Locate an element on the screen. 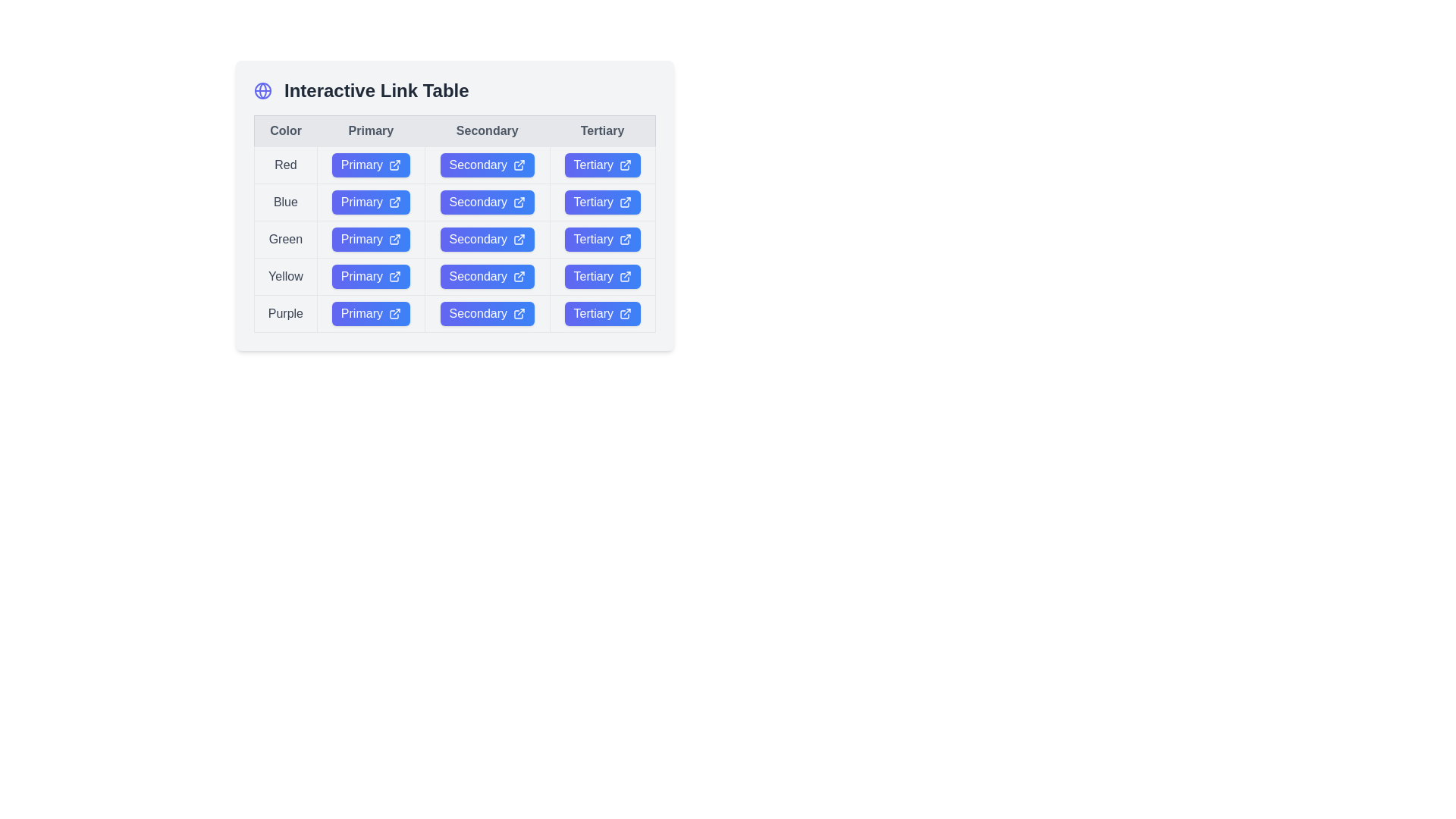  the 'Primary' button with a gradient blue background and an external link icon is located at coordinates (371, 277).